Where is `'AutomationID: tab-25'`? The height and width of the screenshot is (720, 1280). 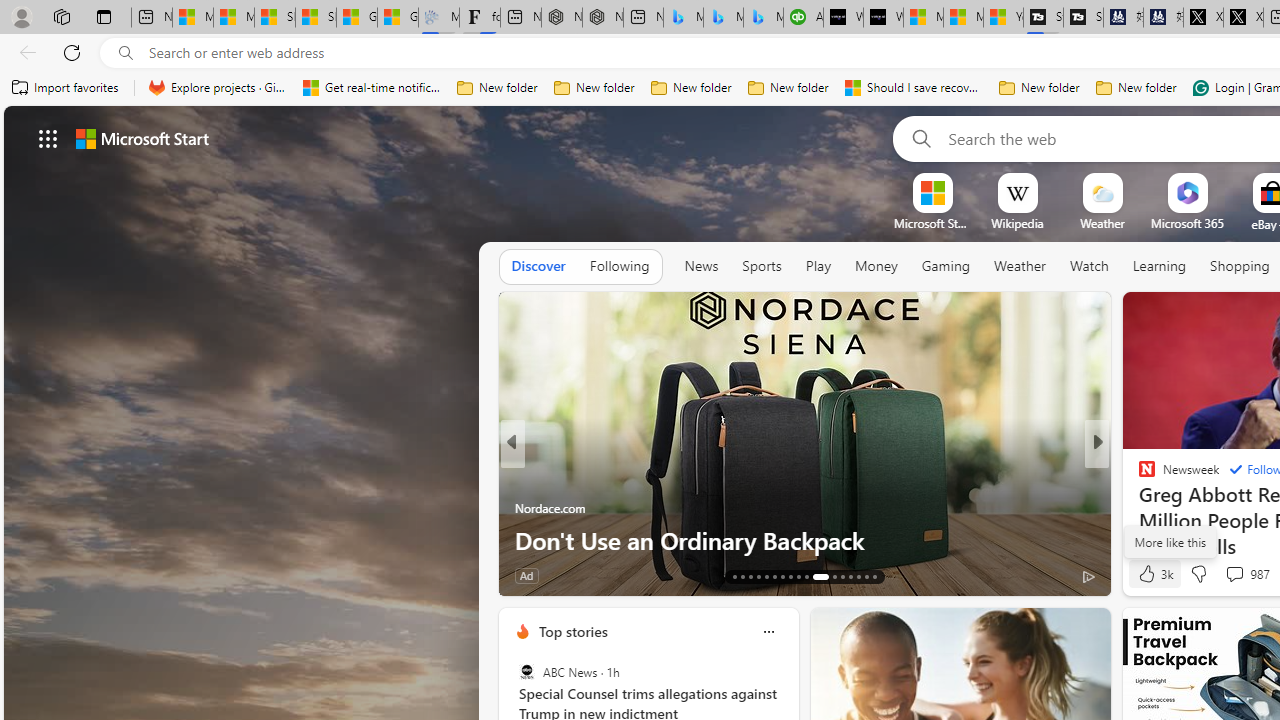
'AutomationID: tab-25' is located at coordinates (842, 577).